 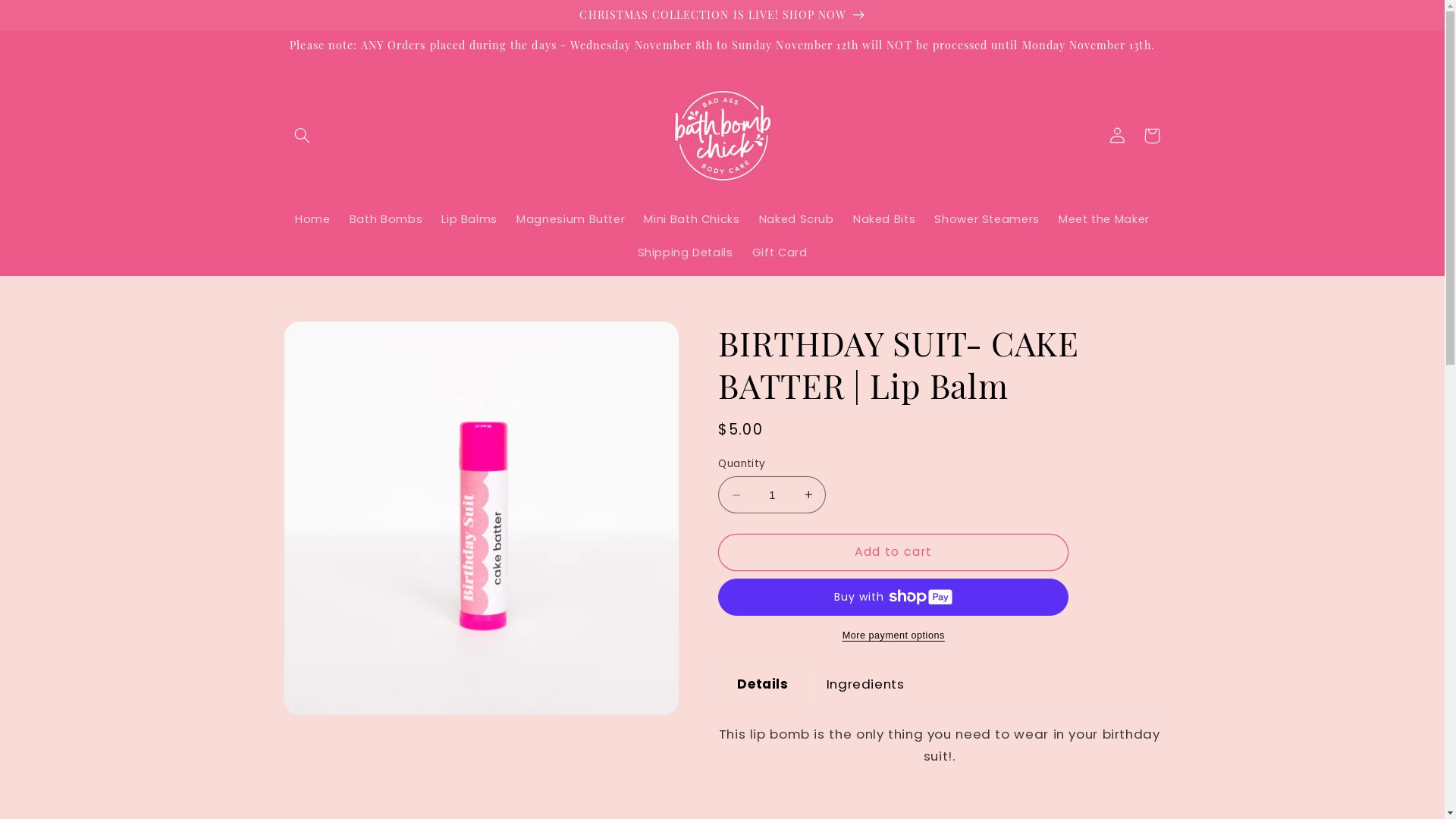 I want to click on 'CHRISTMAS COLLECTION IS LIVE! SHOP NOW', so click(x=721, y=14).